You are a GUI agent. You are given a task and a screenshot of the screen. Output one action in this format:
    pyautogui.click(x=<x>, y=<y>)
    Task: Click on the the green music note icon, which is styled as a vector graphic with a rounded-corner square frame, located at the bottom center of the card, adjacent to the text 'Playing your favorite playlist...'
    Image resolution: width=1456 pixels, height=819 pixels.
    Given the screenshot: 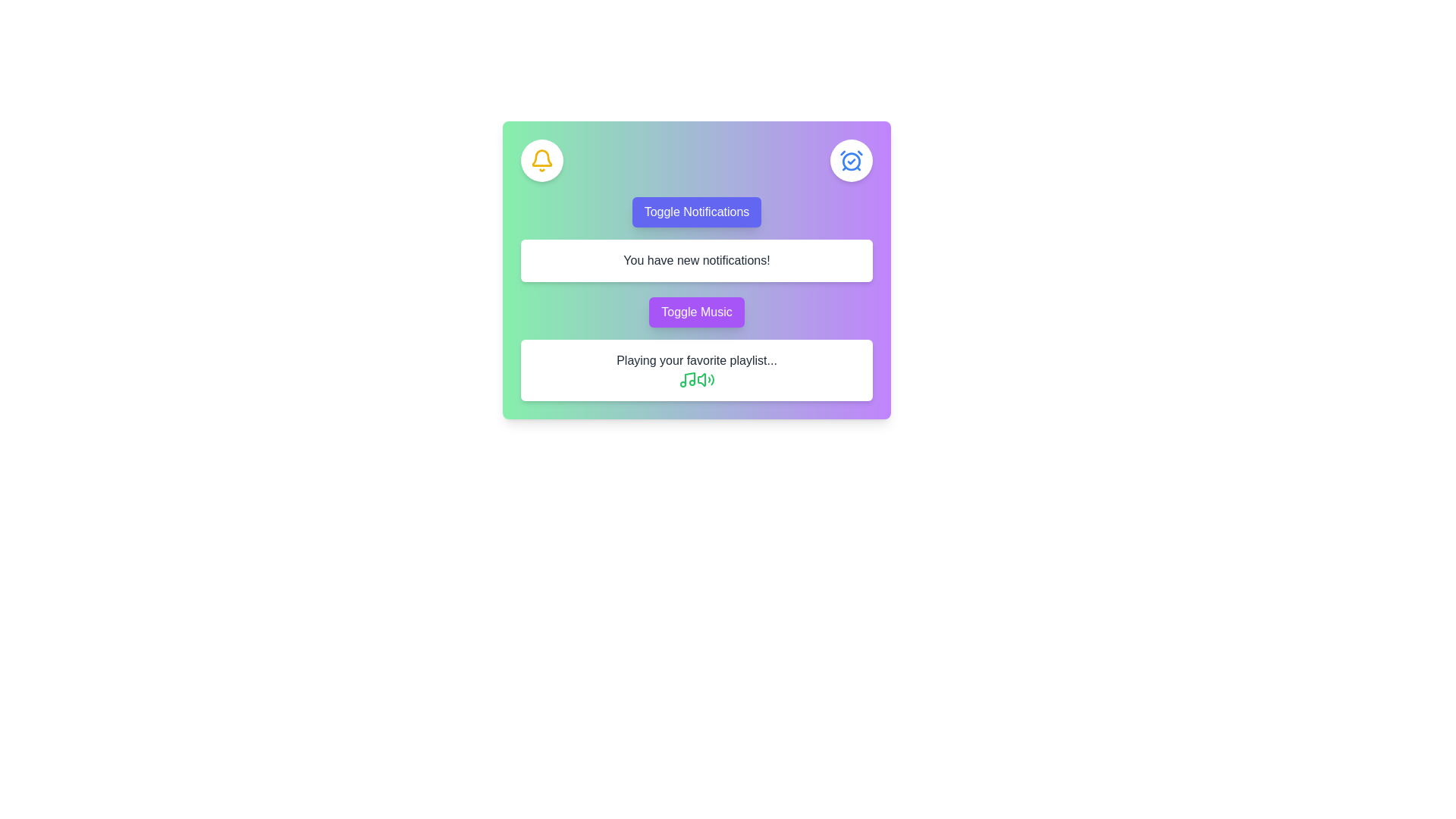 What is the action you would take?
    pyautogui.click(x=687, y=378)
    